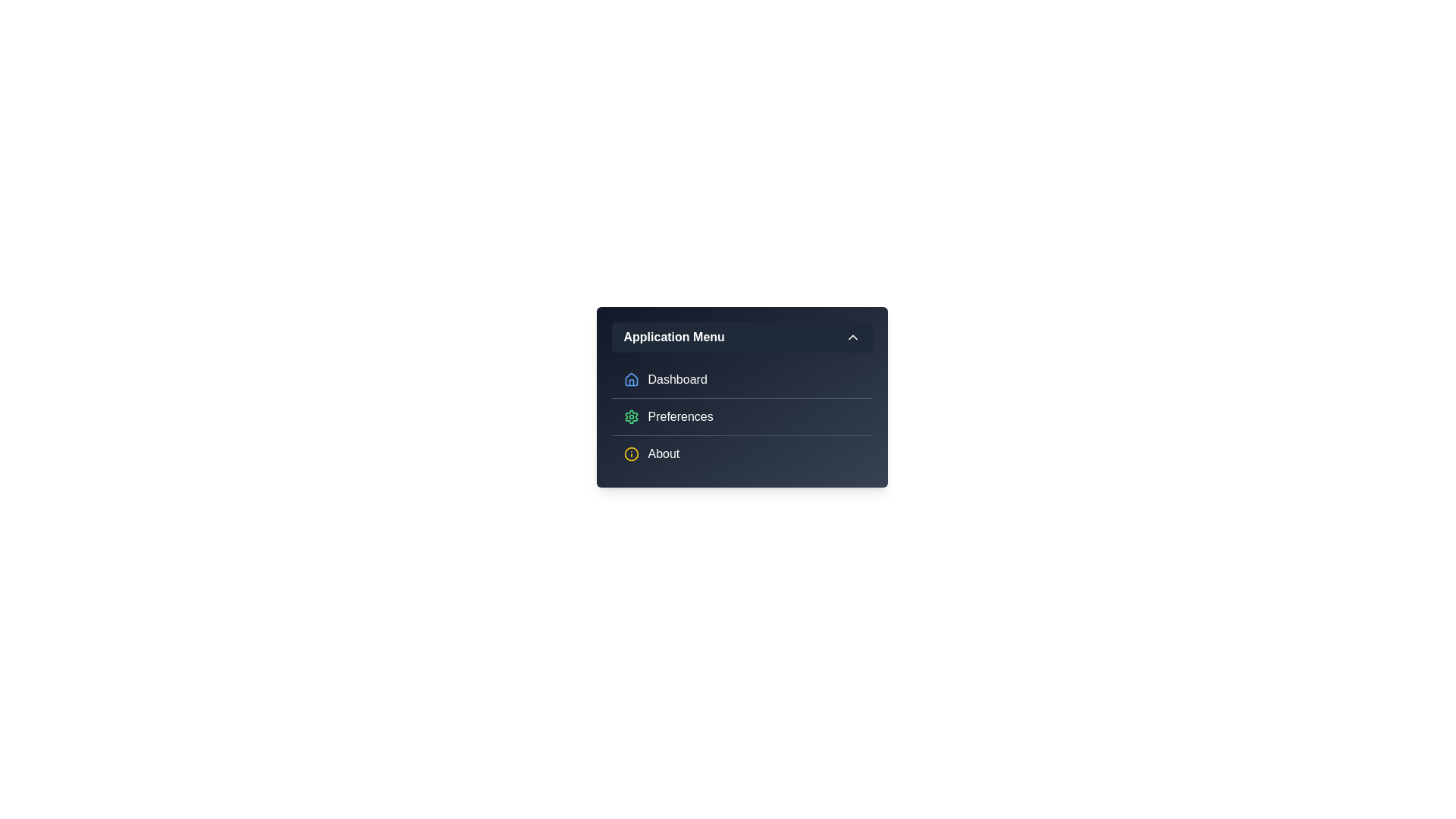  Describe the element at coordinates (742, 453) in the screenshot. I see `the menu item About from the options available` at that location.